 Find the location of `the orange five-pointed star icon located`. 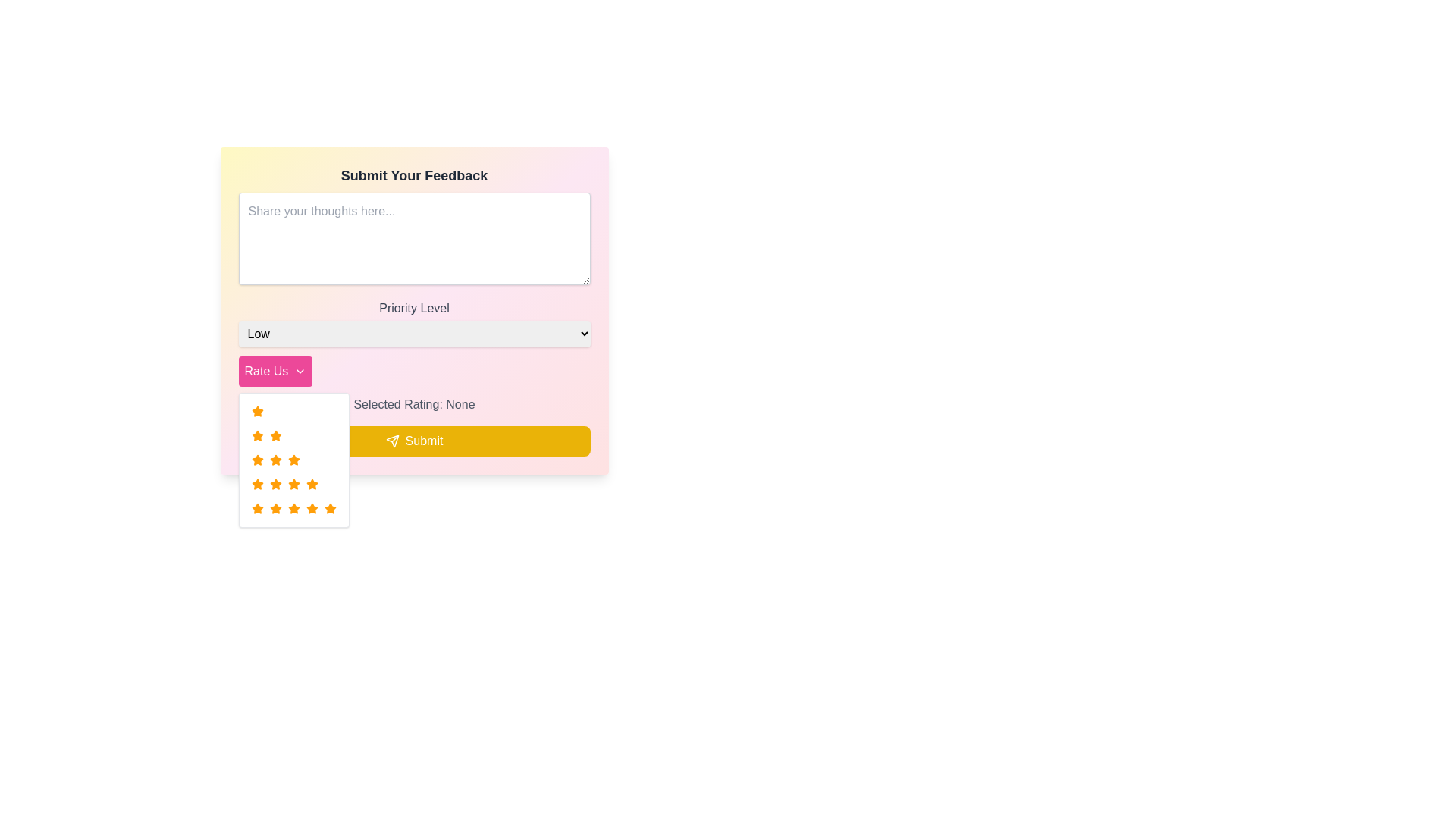

the orange five-pointed star icon located is located at coordinates (275, 435).